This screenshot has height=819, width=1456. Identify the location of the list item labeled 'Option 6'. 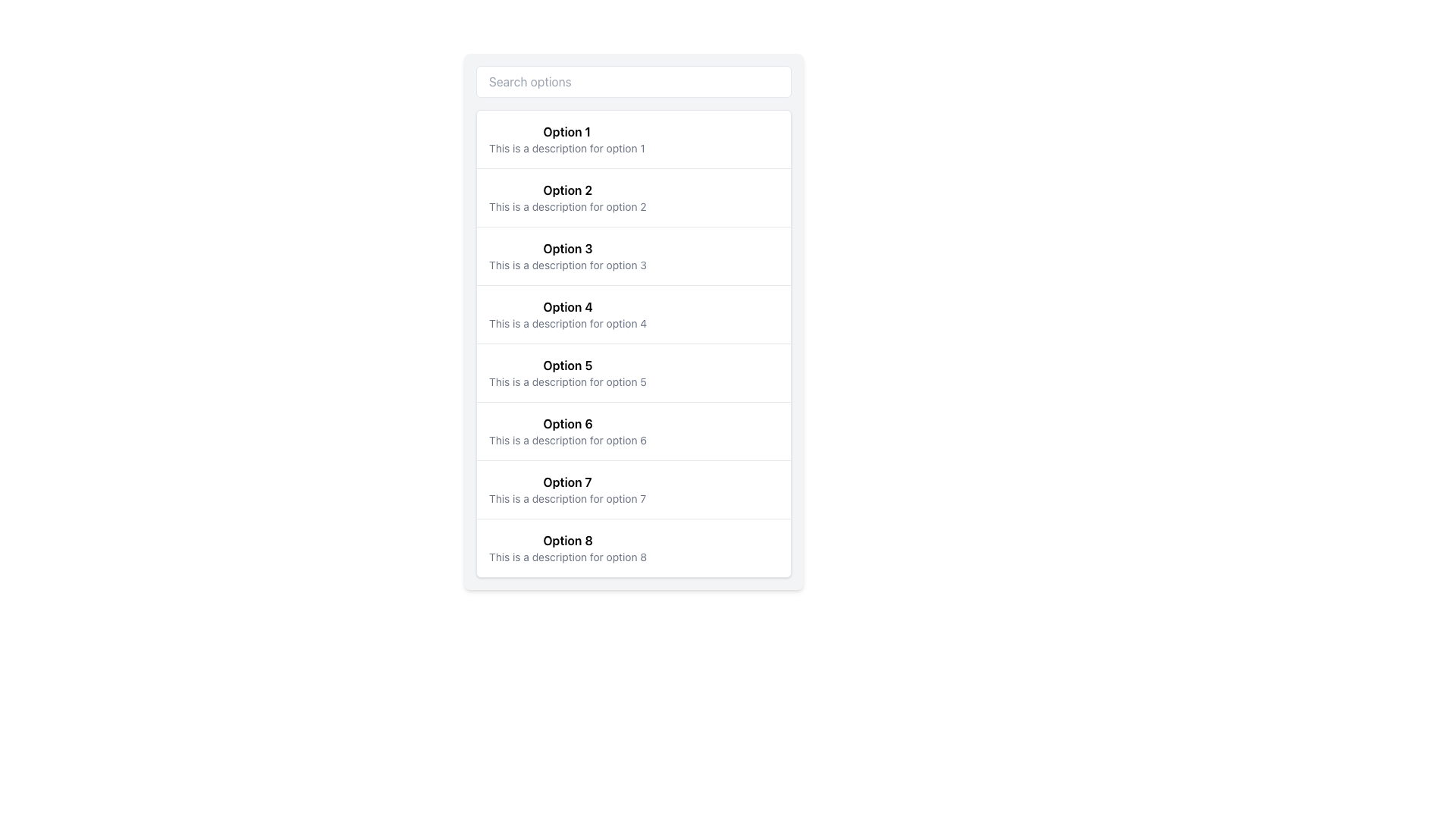
(566, 431).